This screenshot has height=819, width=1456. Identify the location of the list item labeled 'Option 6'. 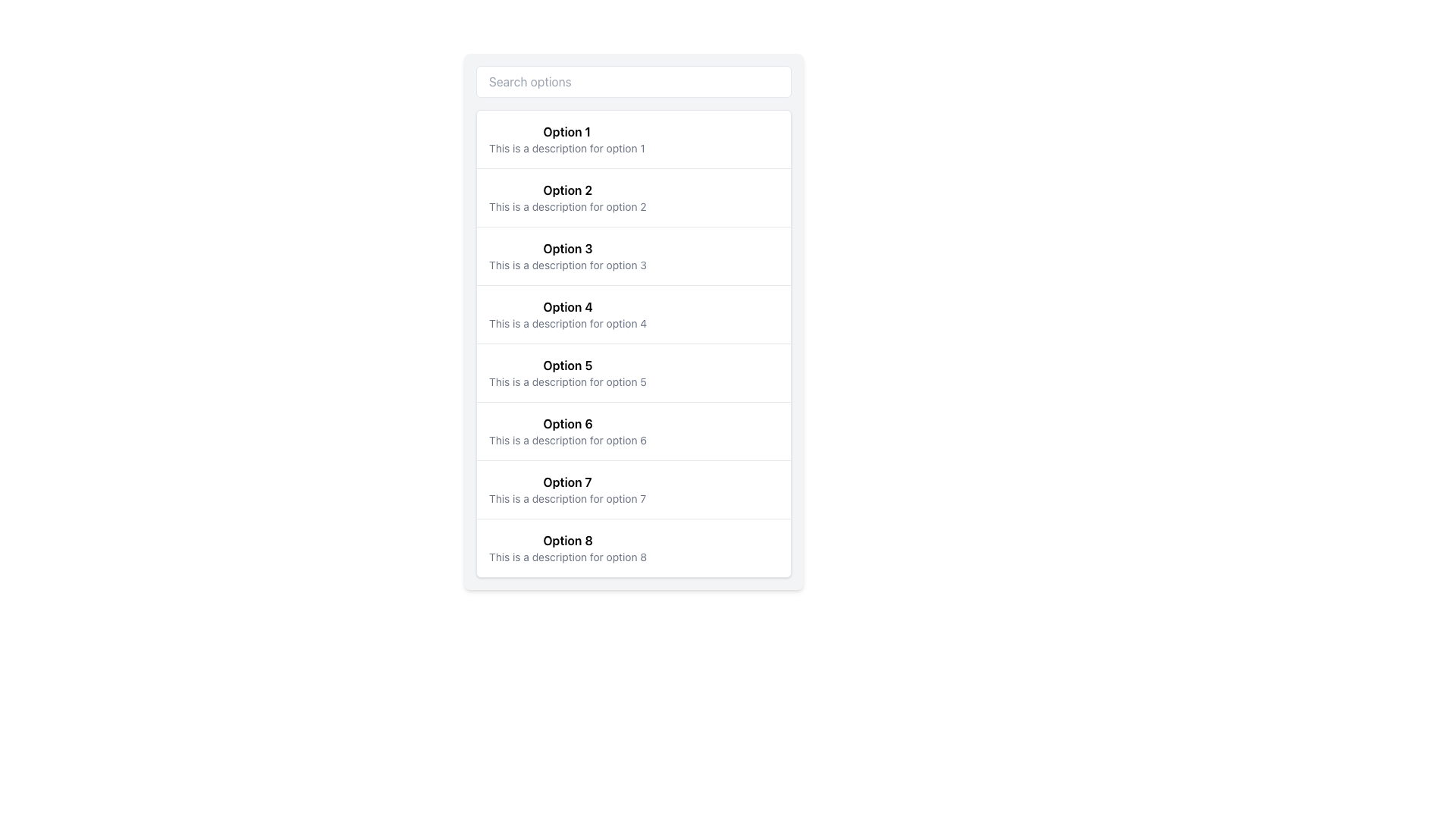
(566, 431).